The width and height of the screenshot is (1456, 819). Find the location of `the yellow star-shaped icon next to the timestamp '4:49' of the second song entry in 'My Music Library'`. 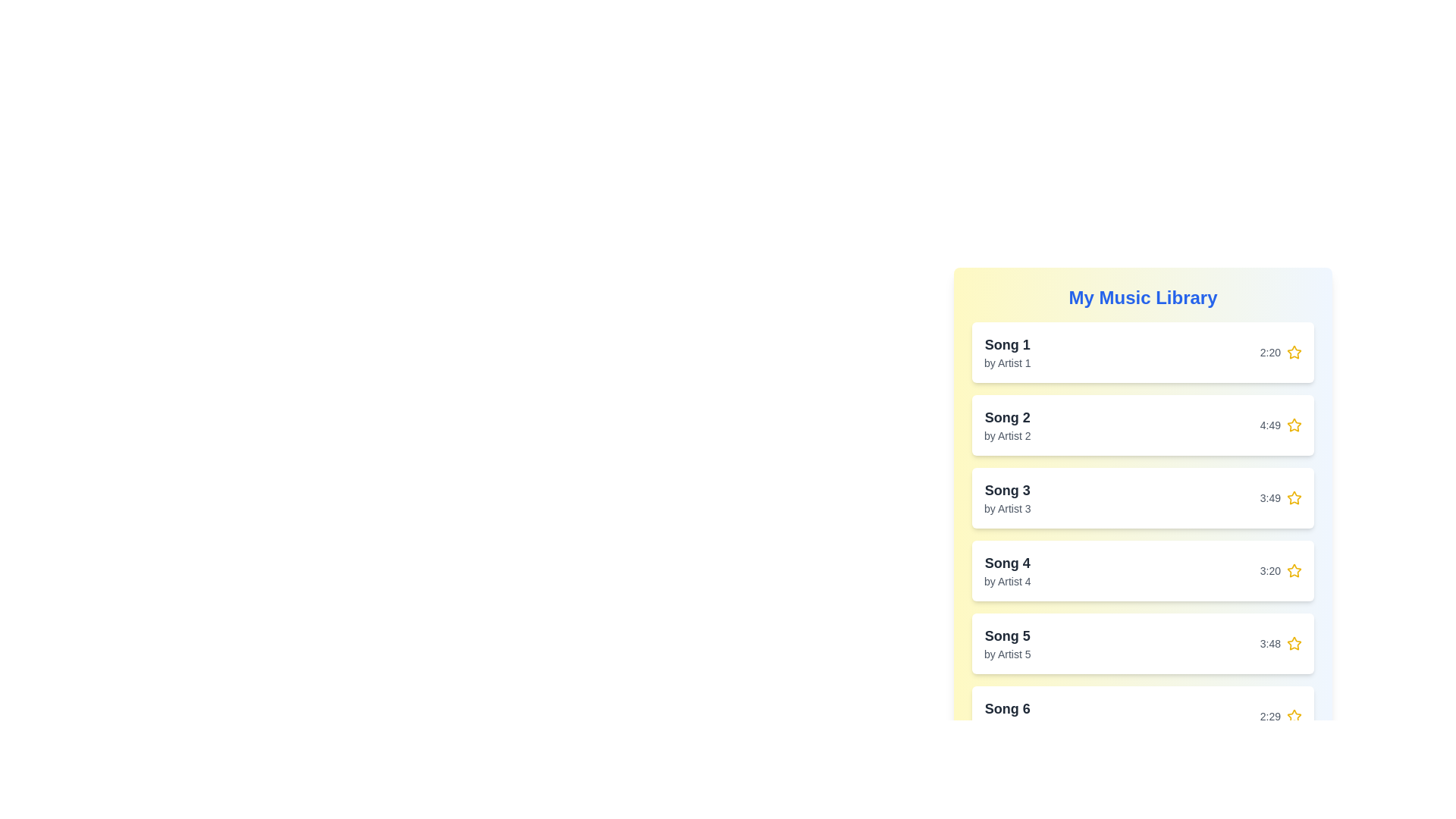

the yellow star-shaped icon next to the timestamp '4:49' of the second song entry in 'My Music Library' is located at coordinates (1294, 425).